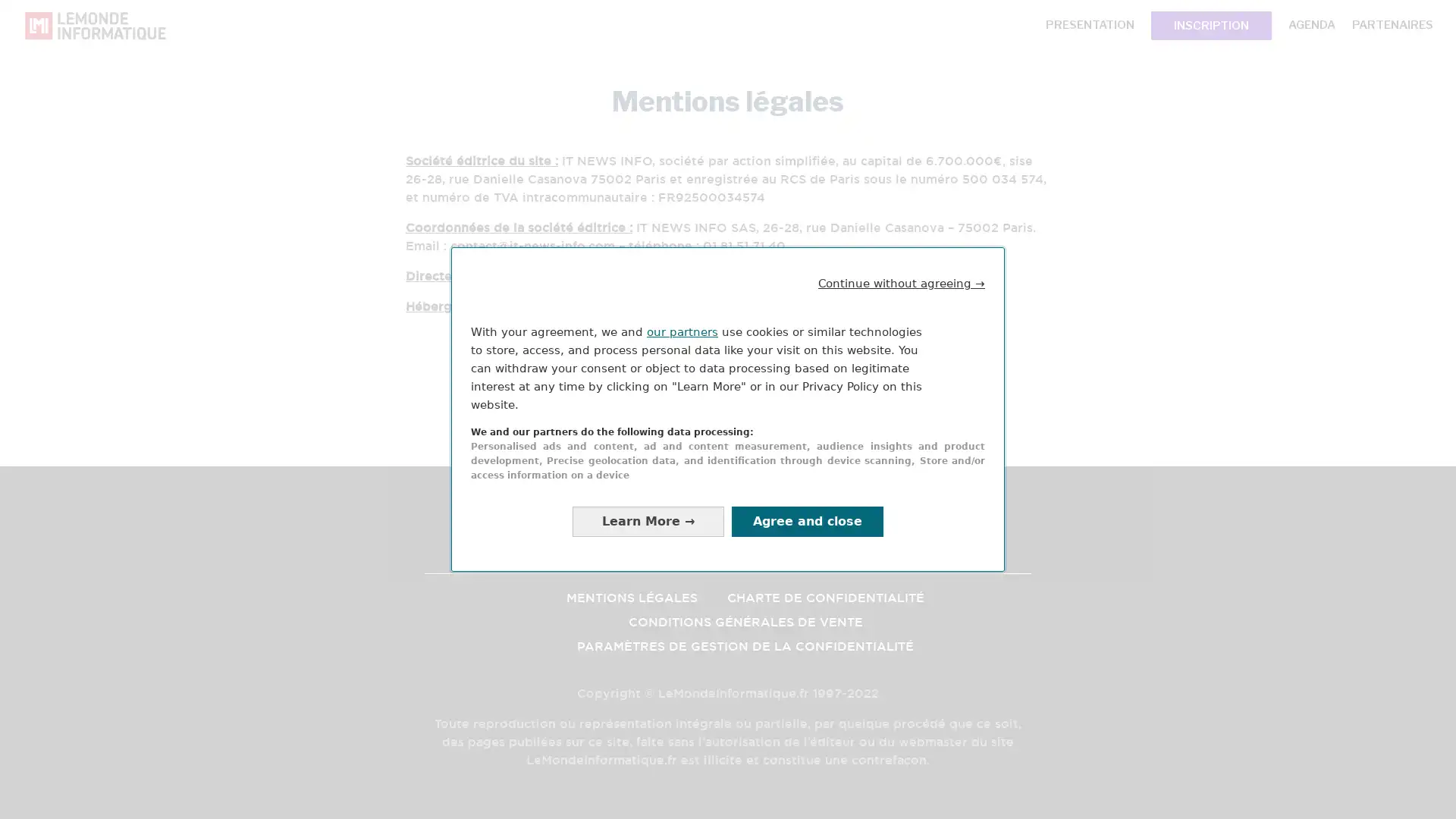 Image resolution: width=1456 pixels, height=819 pixels. What do you see at coordinates (902, 283) in the screenshot?
I see `Continue without agreeing` at bounding box center [902, 283].